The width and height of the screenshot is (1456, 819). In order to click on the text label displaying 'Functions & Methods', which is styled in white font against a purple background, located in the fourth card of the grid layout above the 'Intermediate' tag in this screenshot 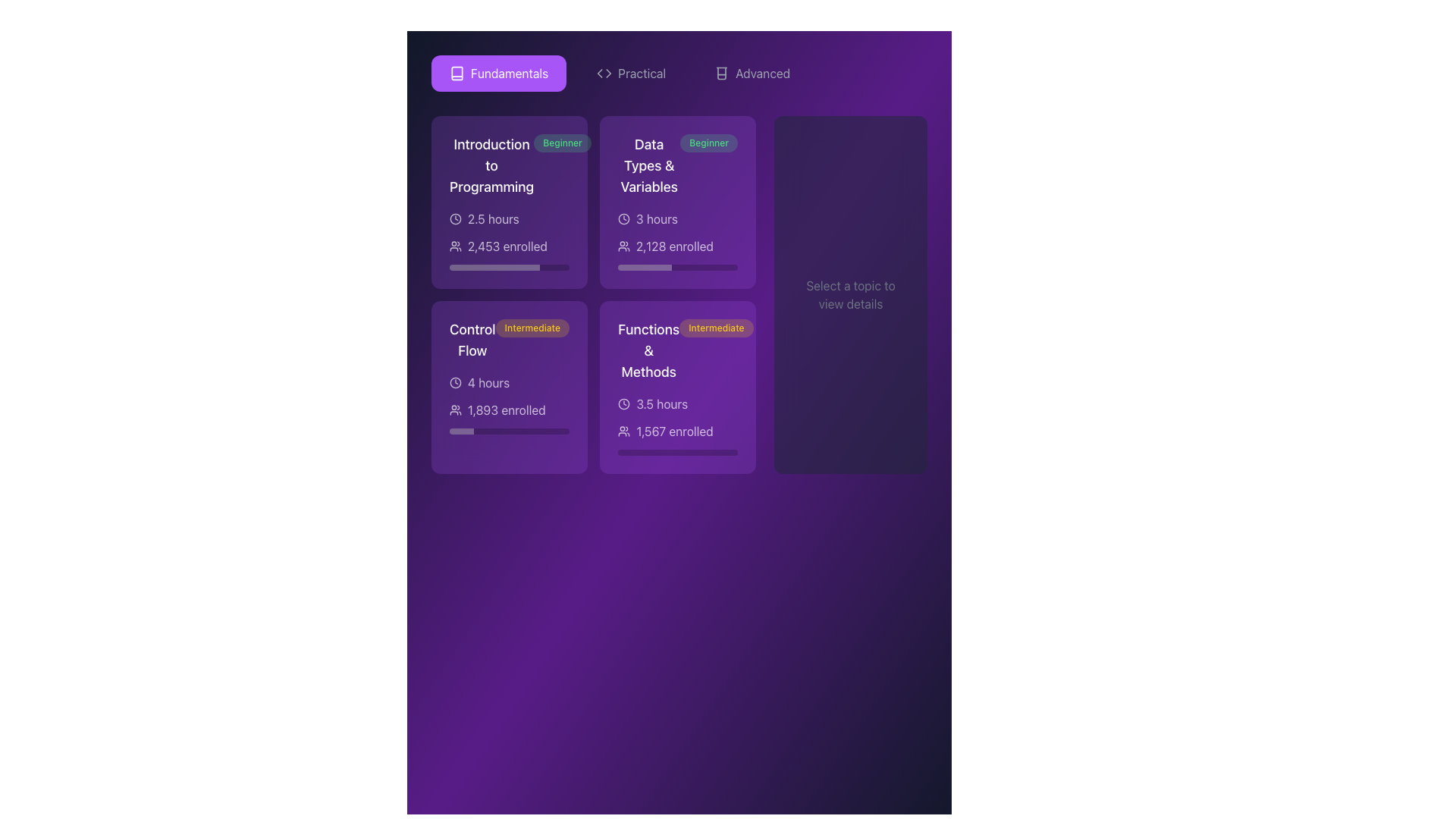, I will do `click(648, 350)`.